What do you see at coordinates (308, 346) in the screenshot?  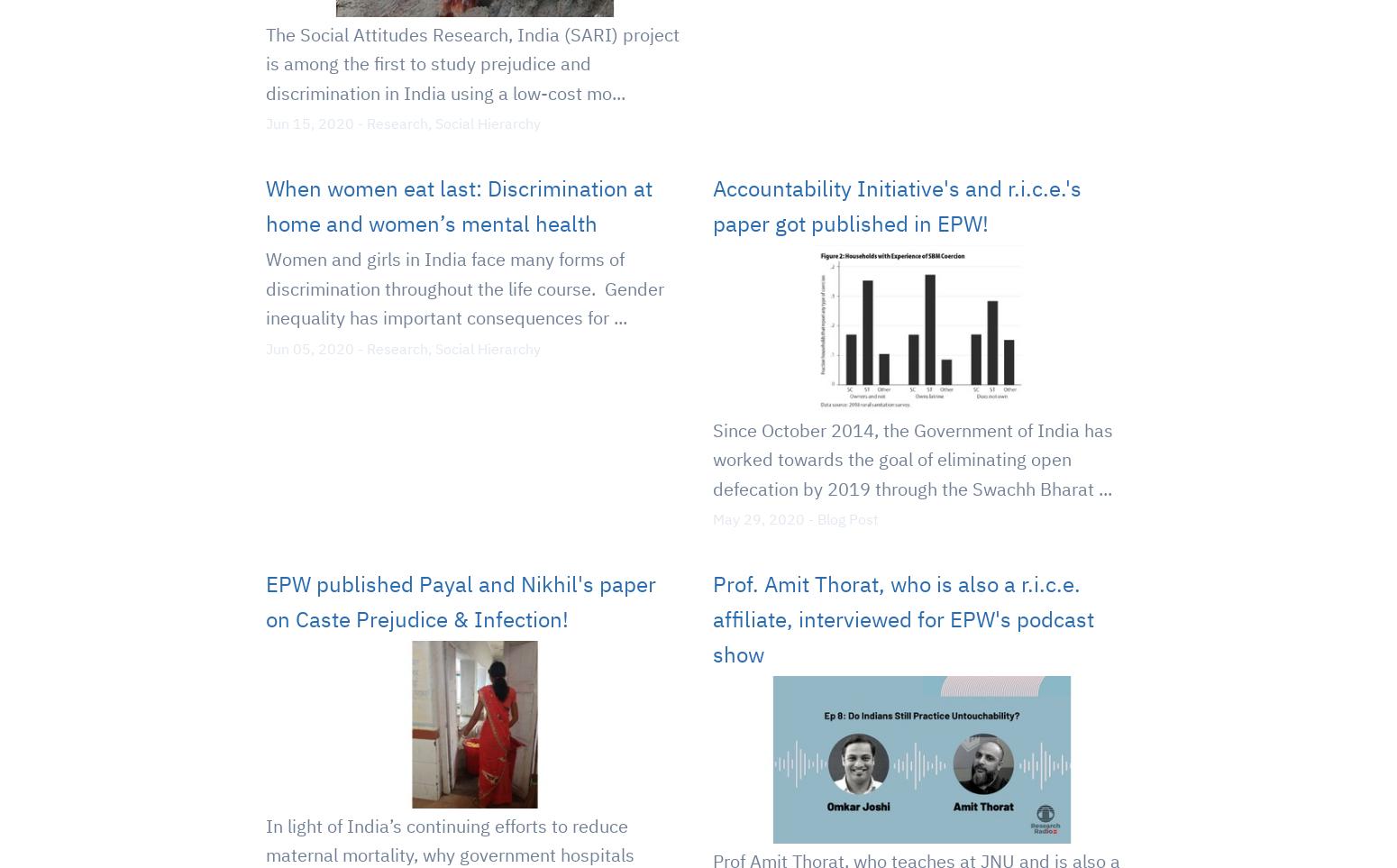 I see `'Jun 05, 2020'` at bounding box center [308, 346].